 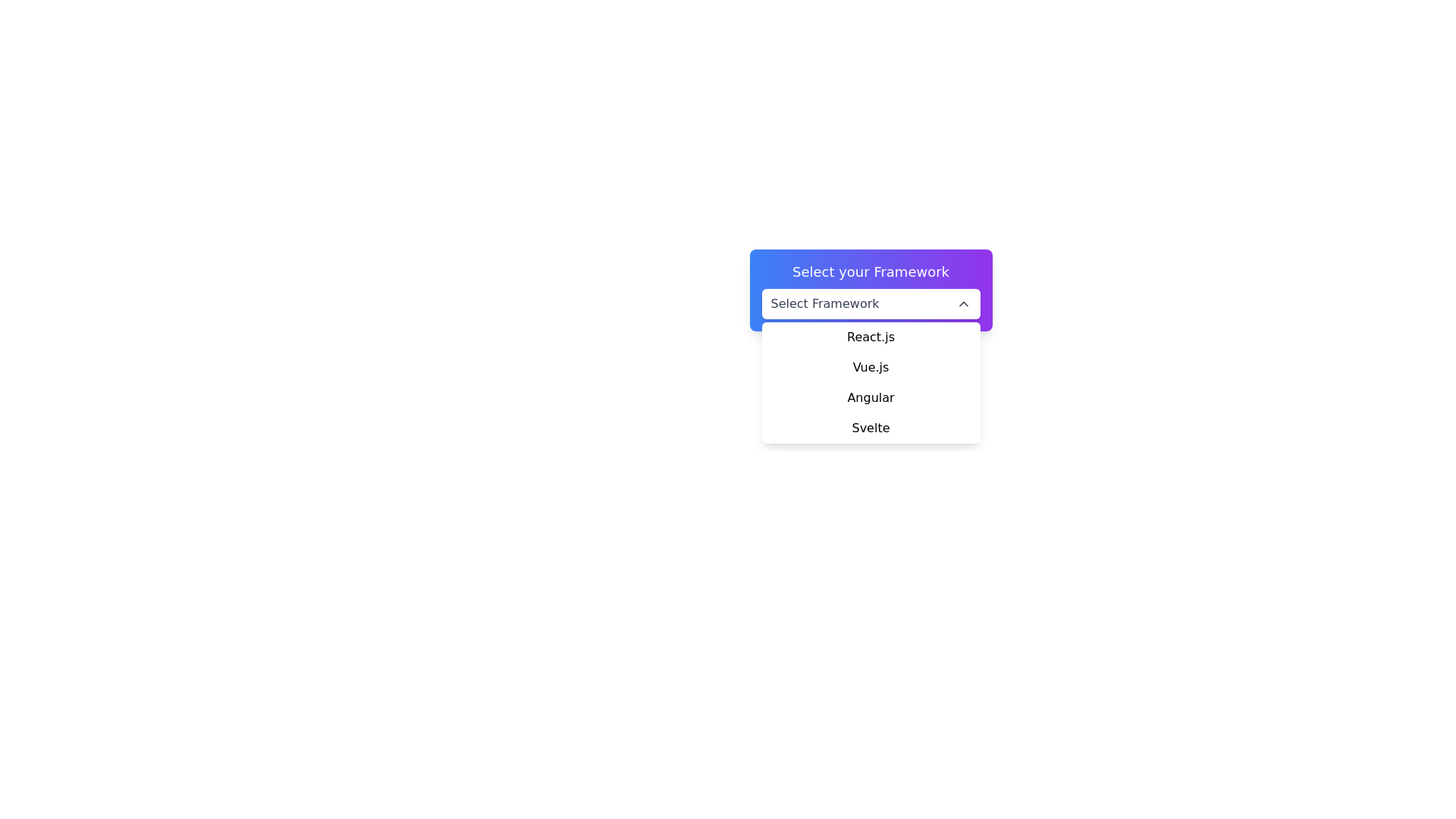 I want to click on the dropdown item labeled 'Svelte' in the 'Select your Framework' menu for potential visual feedback, so click(x=871, y=428).